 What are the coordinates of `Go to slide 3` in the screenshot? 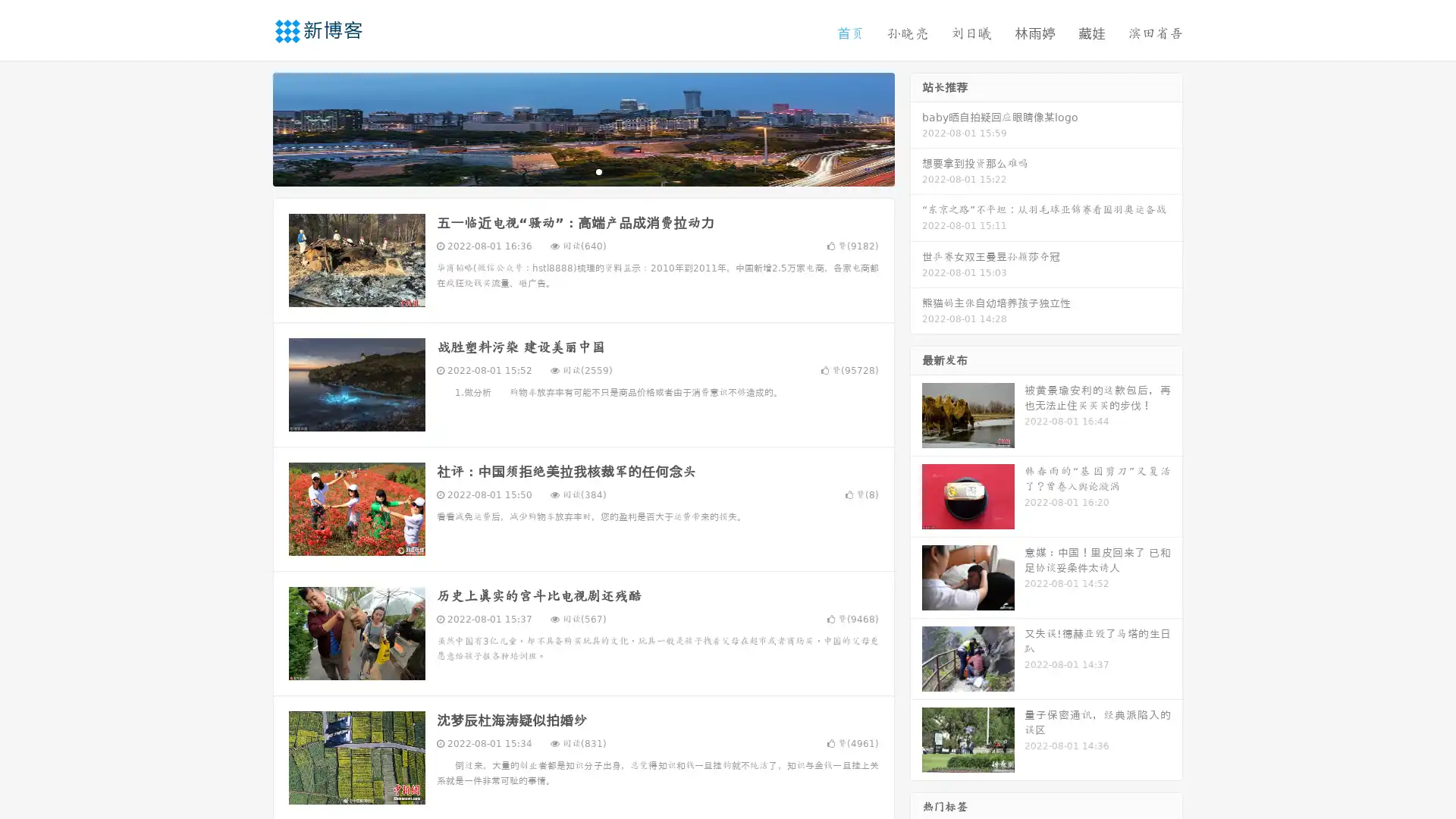 It's located at (598, 171).